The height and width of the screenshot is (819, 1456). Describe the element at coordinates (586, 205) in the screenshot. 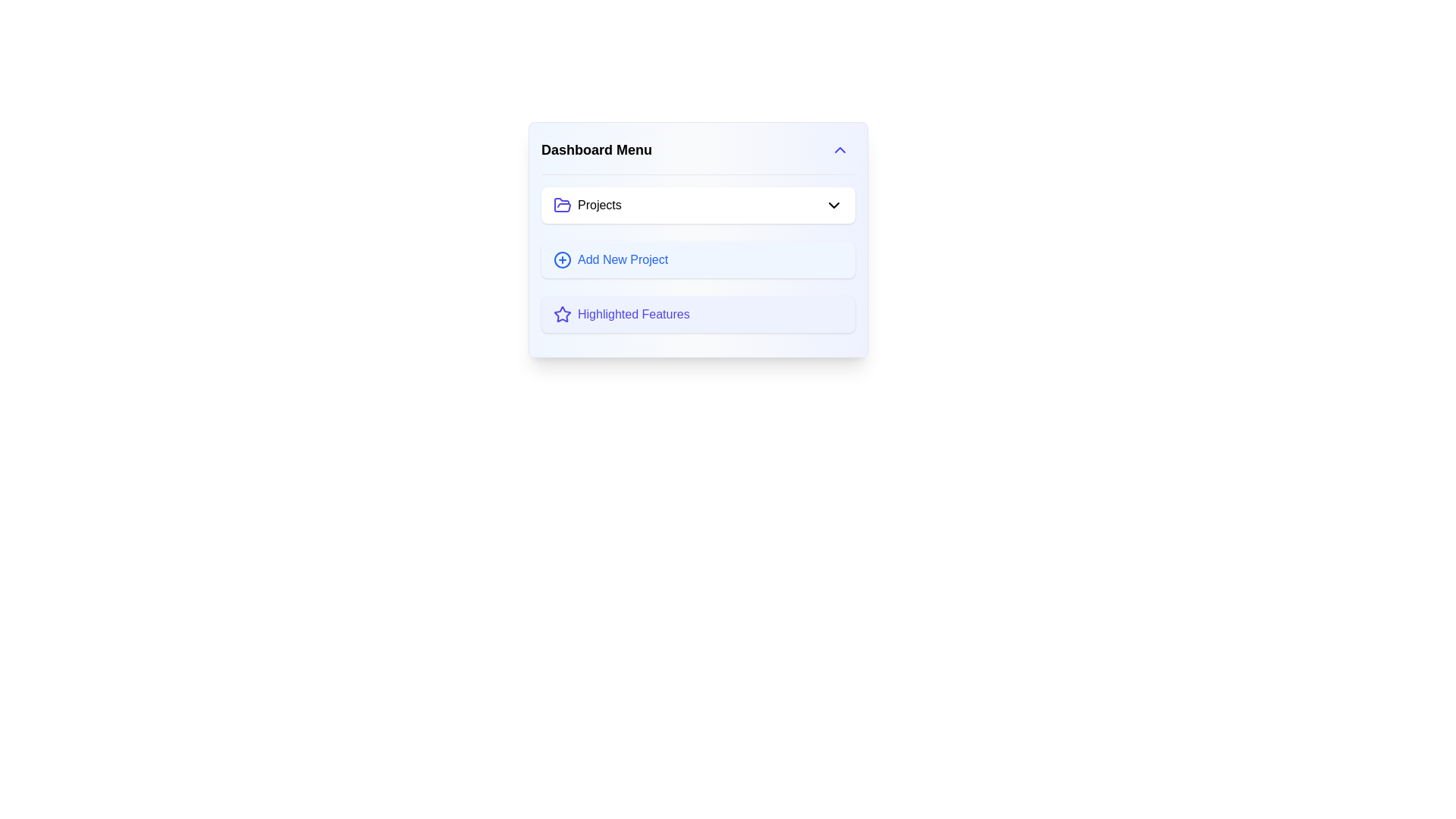

I see `the 'Projects' label with folder icon, which is centrally located in the top section of the 'Dashboard Menu' card interface` at that location.